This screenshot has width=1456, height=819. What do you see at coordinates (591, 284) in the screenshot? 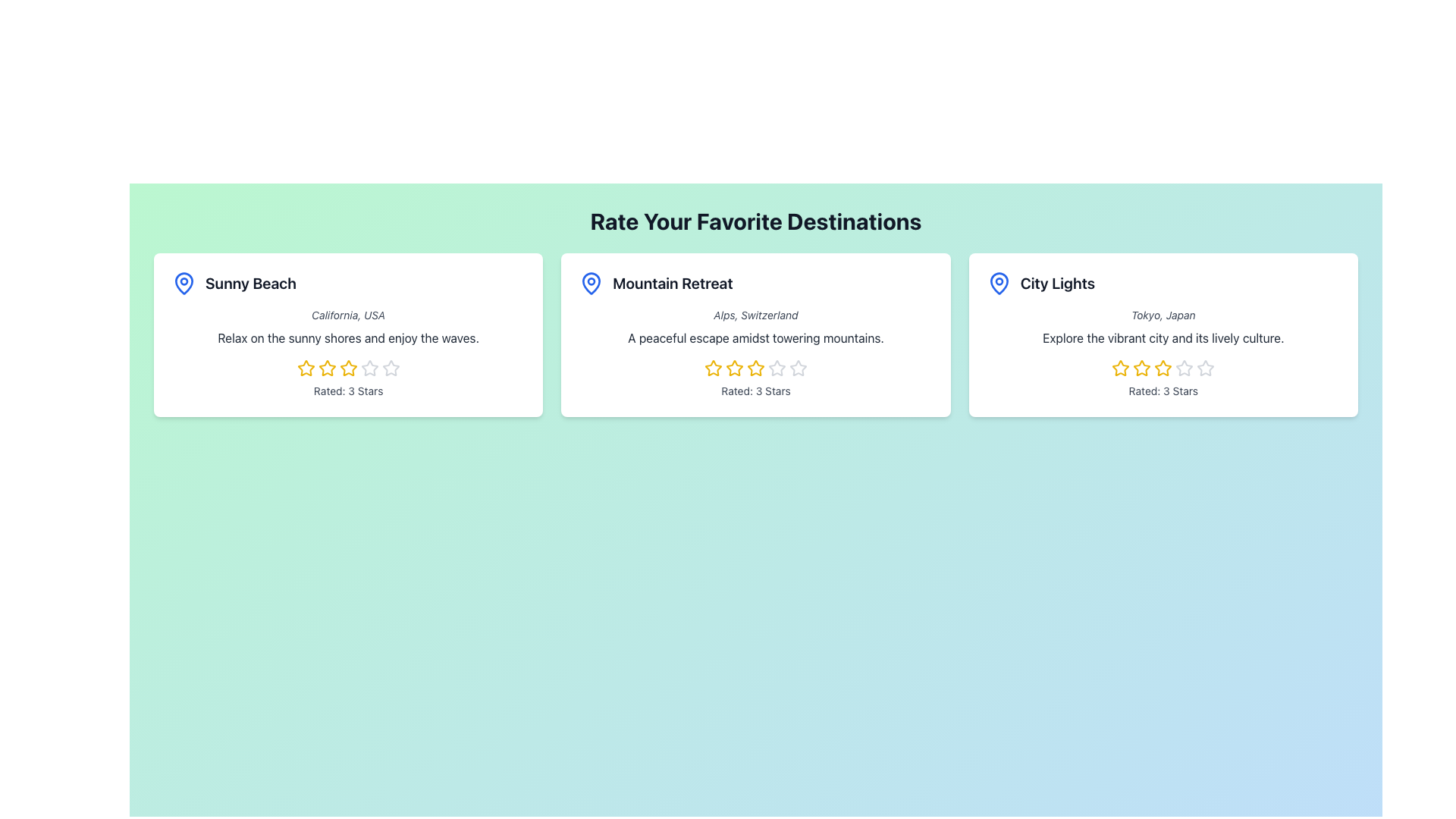
I see `the pin icon located at the upper-left corner of the 'Mountain Retreat' card, which represents a geographic point related to the destination` at bounding box center [591, 284].